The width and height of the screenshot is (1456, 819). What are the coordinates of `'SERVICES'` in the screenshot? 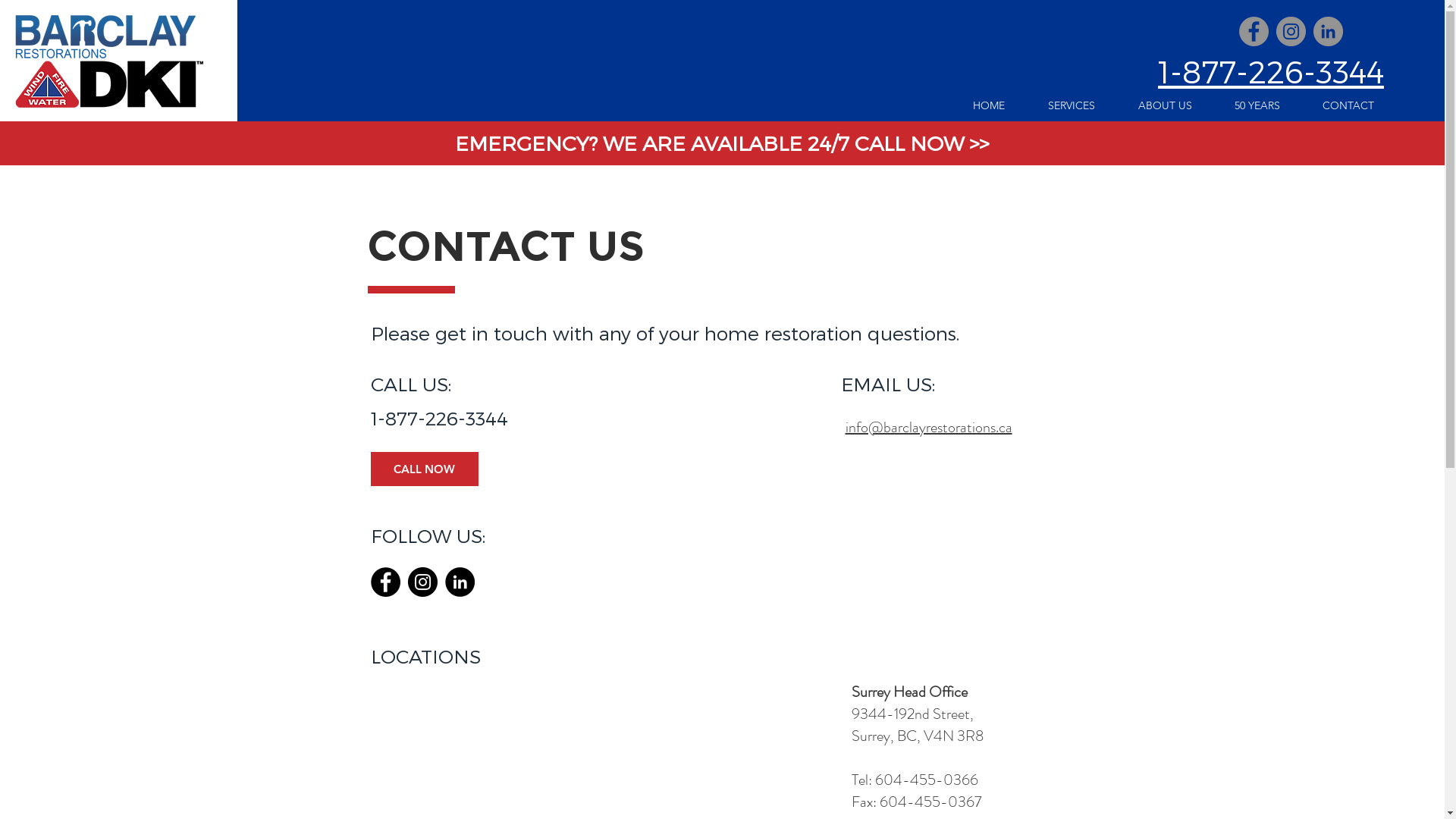 It's located at (1070, 105).